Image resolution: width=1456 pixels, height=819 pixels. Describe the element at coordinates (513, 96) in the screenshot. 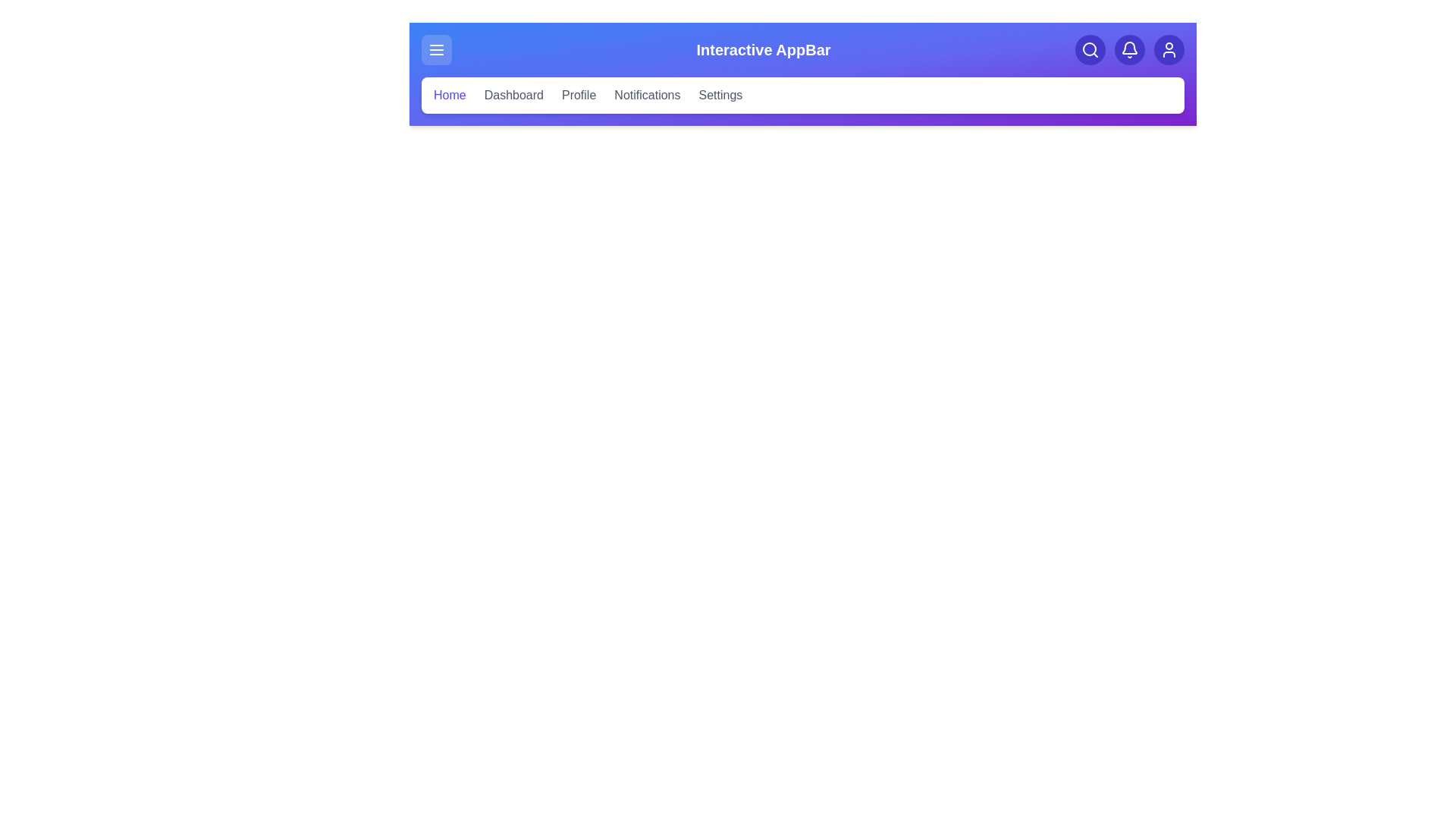

I see `the category Dashboard to navigate` at that location.